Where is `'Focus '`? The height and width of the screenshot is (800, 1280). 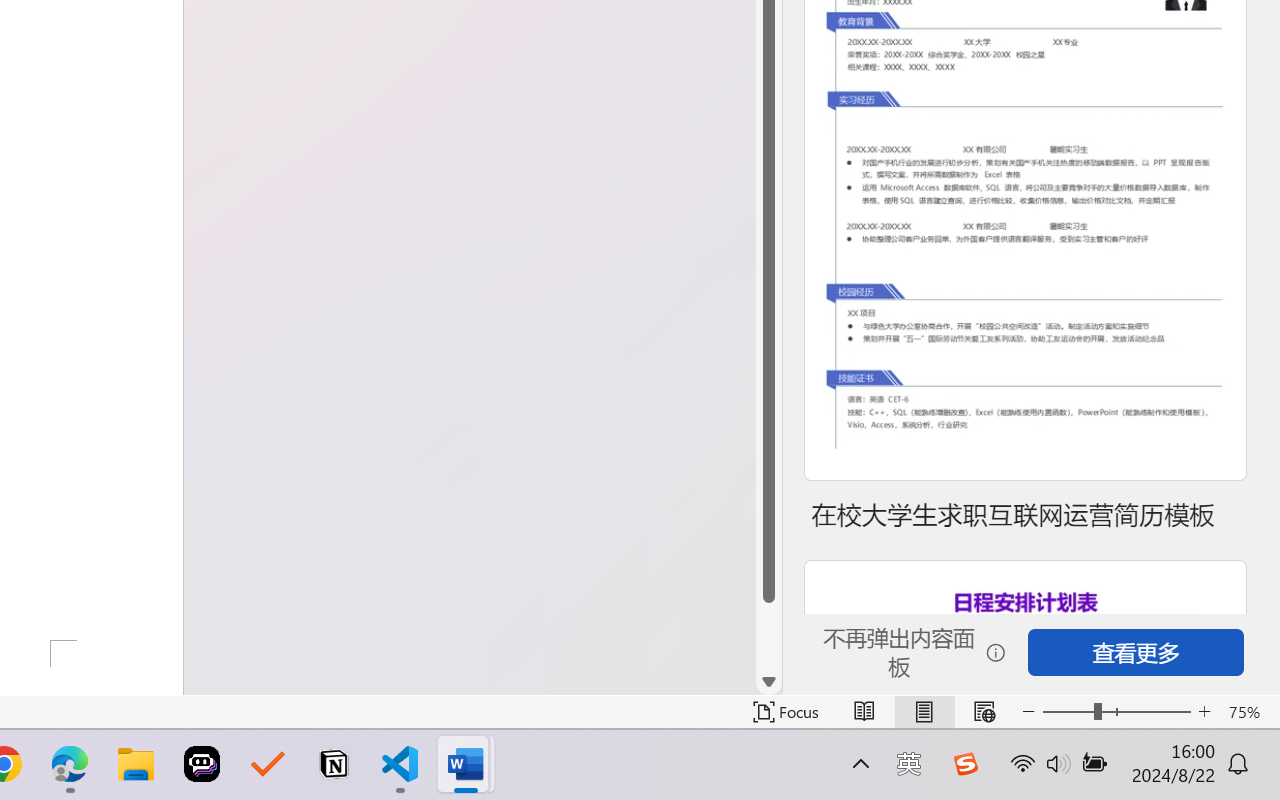 'Focus ' is located at coordinates (785, 711).